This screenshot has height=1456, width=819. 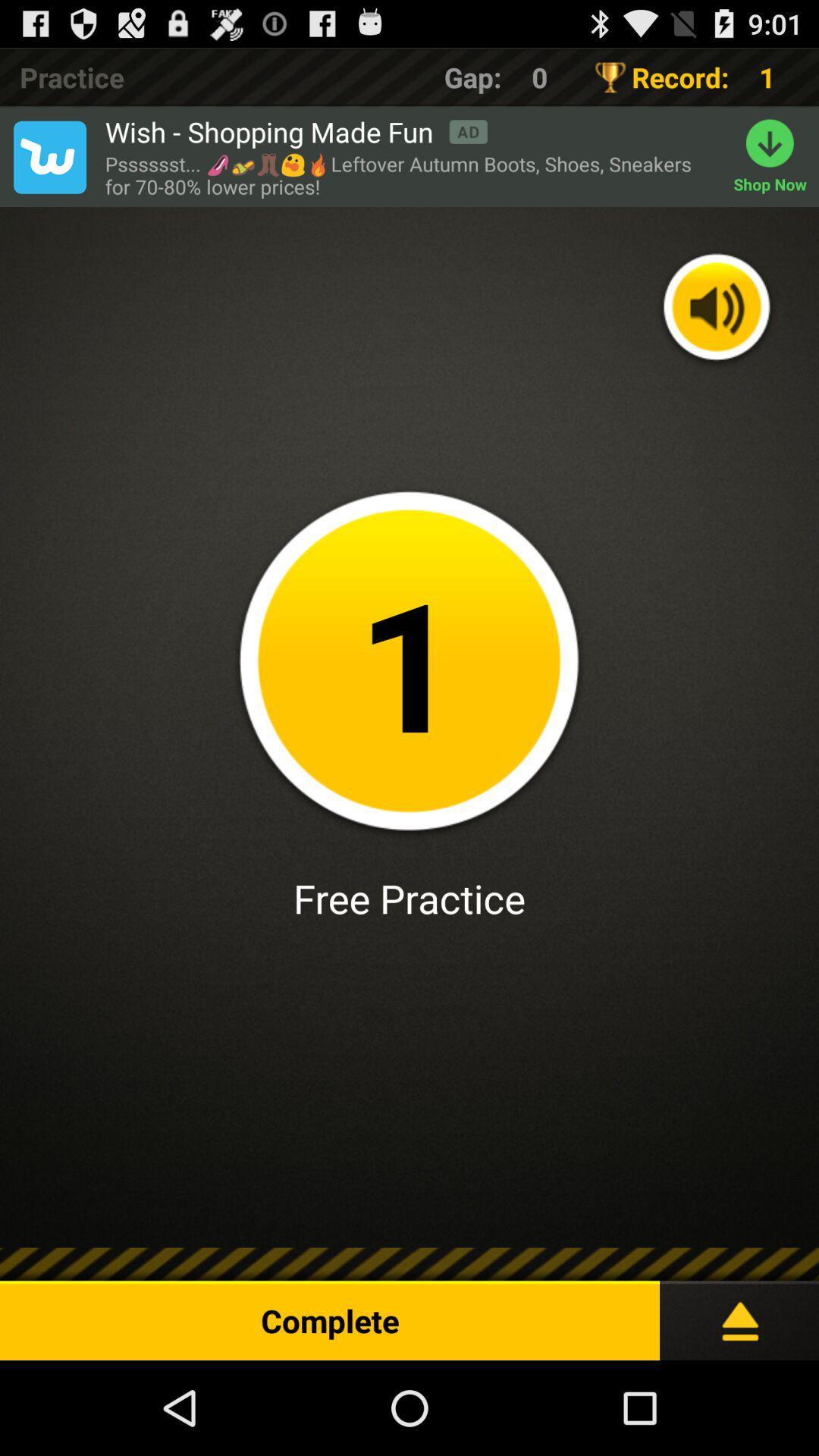 I want to click on sound, so click(x=717, y=308).